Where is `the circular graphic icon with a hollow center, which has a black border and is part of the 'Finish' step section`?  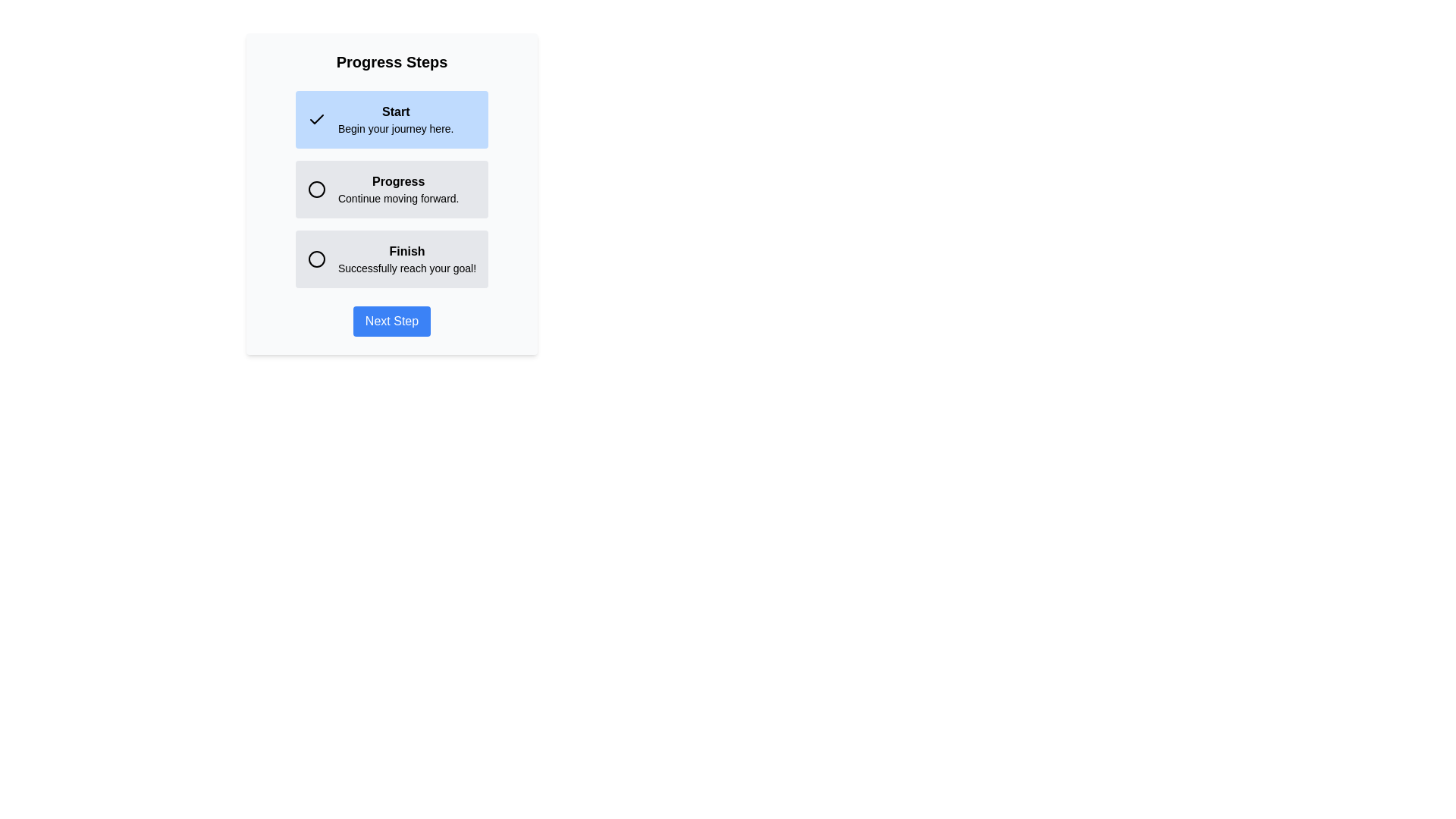
the circular graphic icon with a hollow center, which has a black border and is part of the 'Finish' step section is located at coordinates (315, 259).